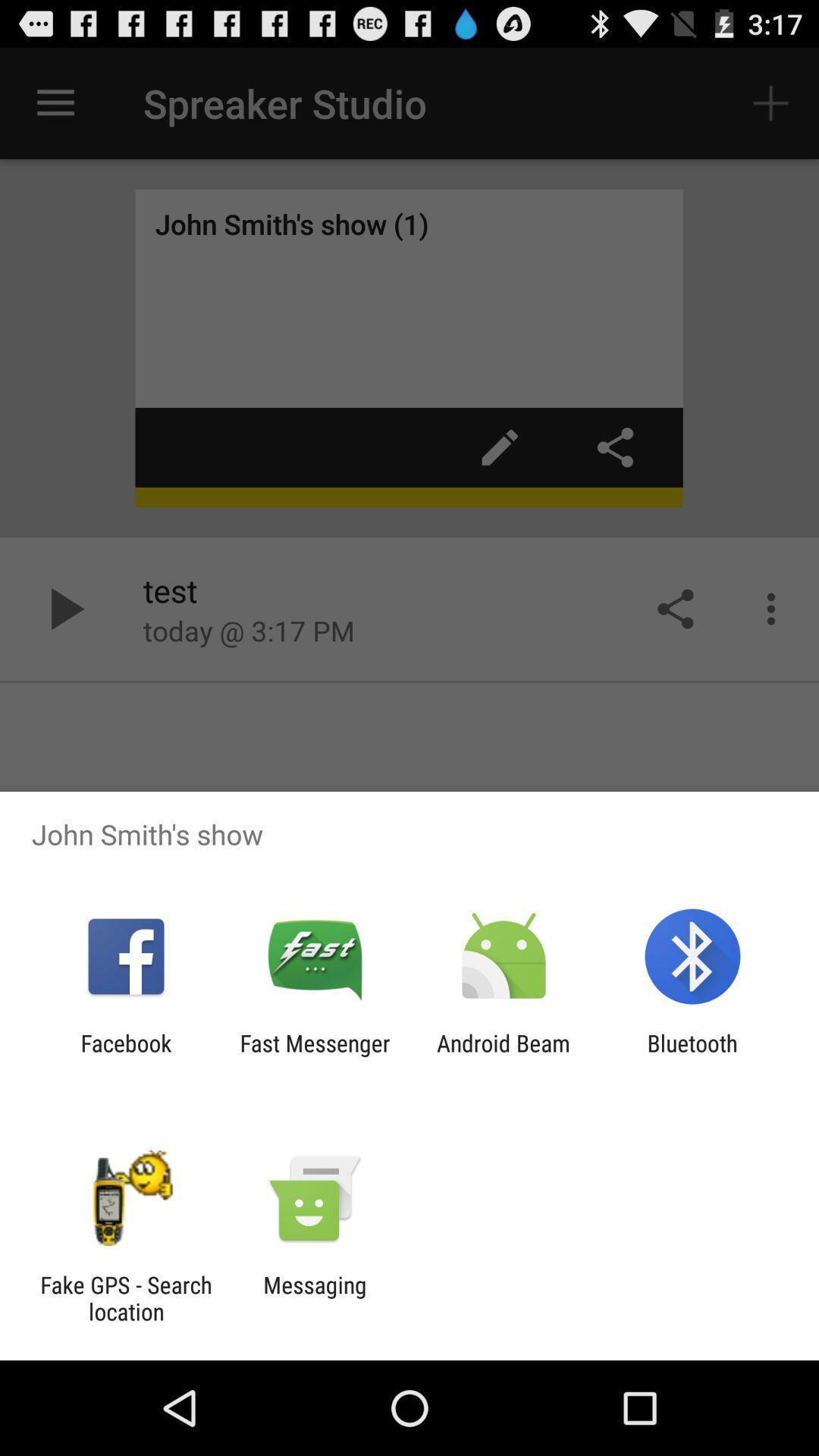 Image resolution: width=819 pixels, height=1456 pixels. What do you see at coordinates (692, 1056) in the screenshot?
I see `item to the right of the android beam icon` at bounding box center [692, 1056].